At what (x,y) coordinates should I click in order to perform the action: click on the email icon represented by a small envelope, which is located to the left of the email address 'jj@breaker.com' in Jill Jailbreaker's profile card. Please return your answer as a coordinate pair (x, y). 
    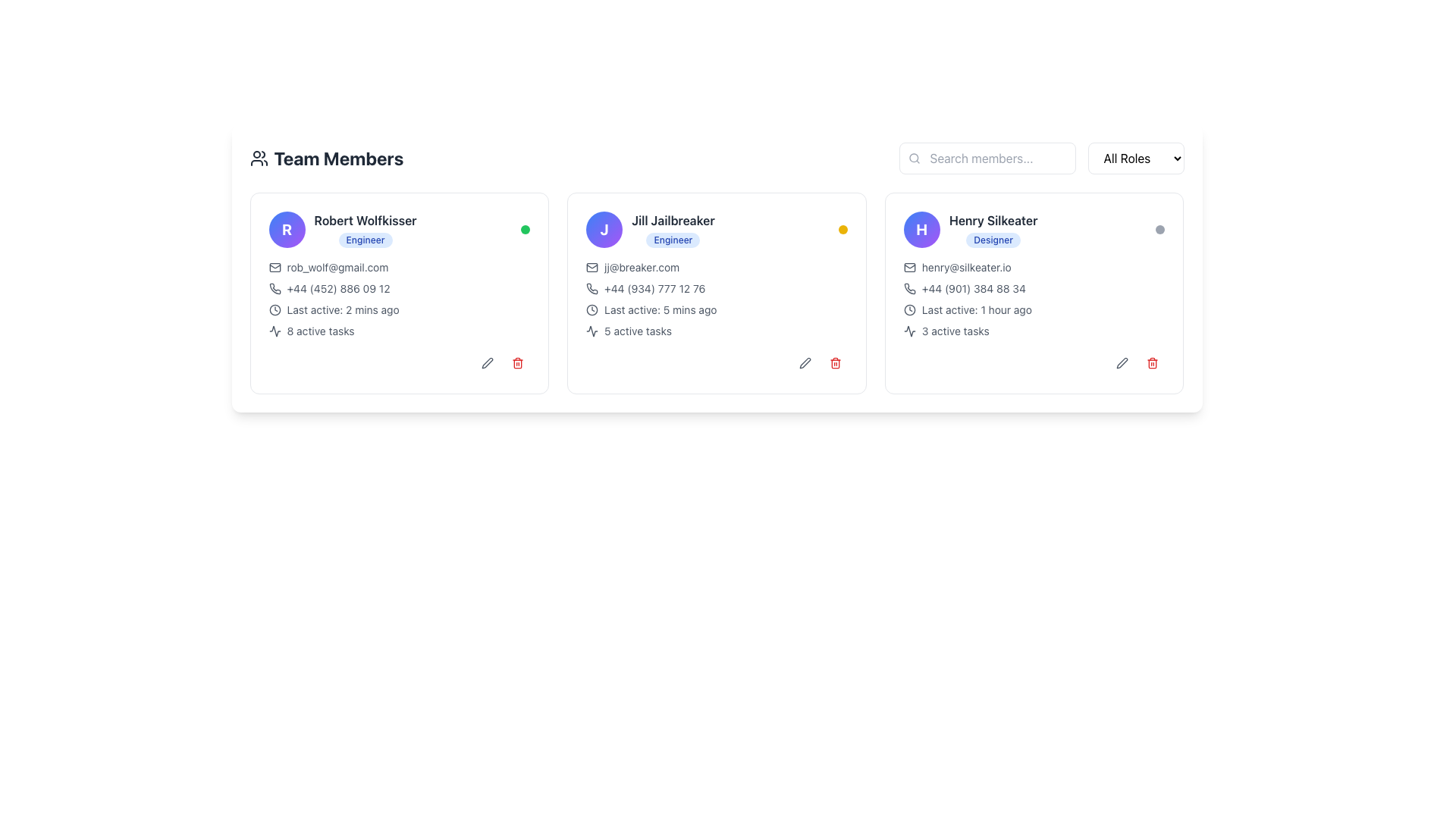
    Looking at the image, I should click on (591, 267).